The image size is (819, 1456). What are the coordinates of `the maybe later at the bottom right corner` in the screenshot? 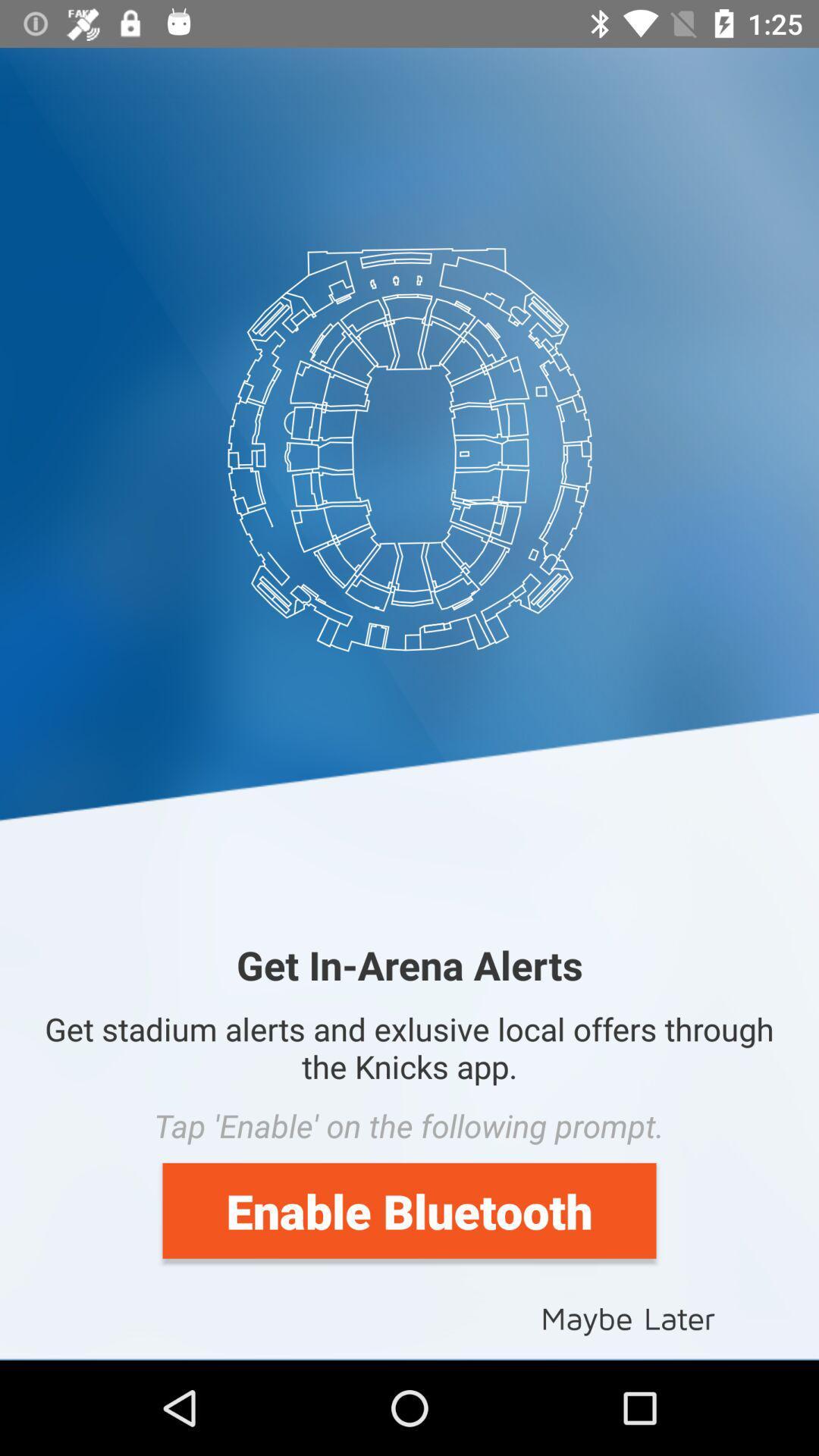 It's located at (628, 1316).